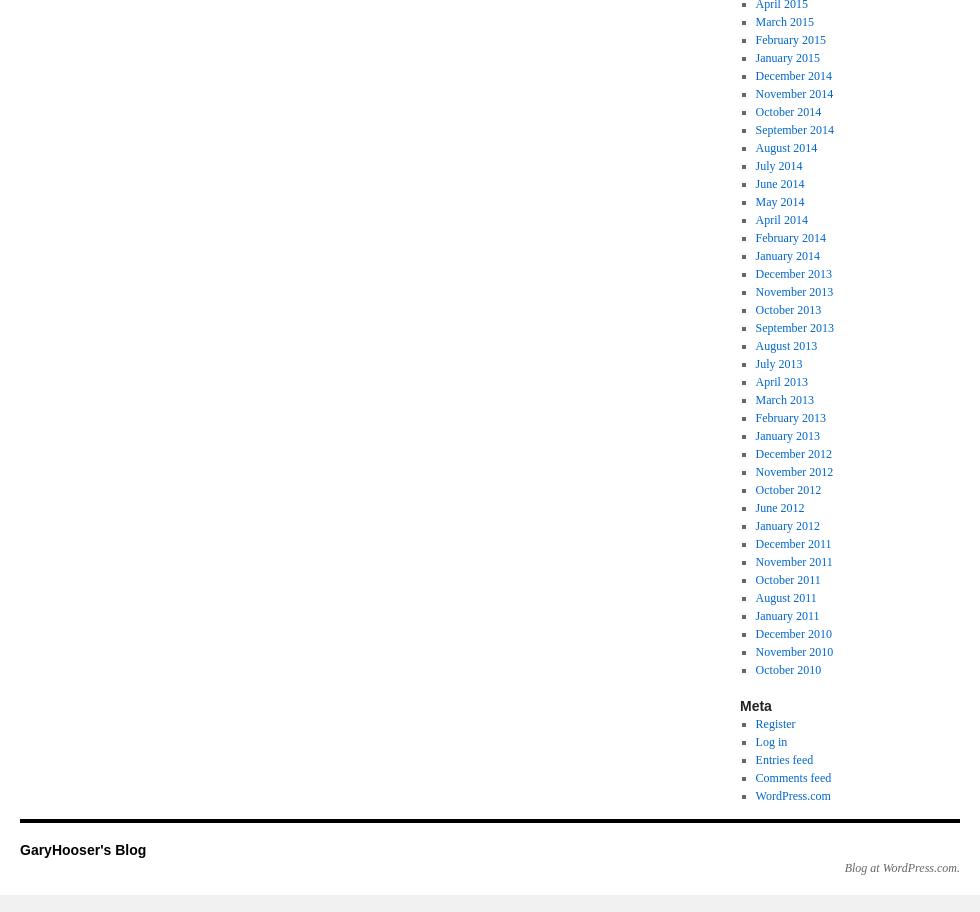 The height and width of the screenshot is (912, 980). I want to click on 'April 2013', so click(780, 381).